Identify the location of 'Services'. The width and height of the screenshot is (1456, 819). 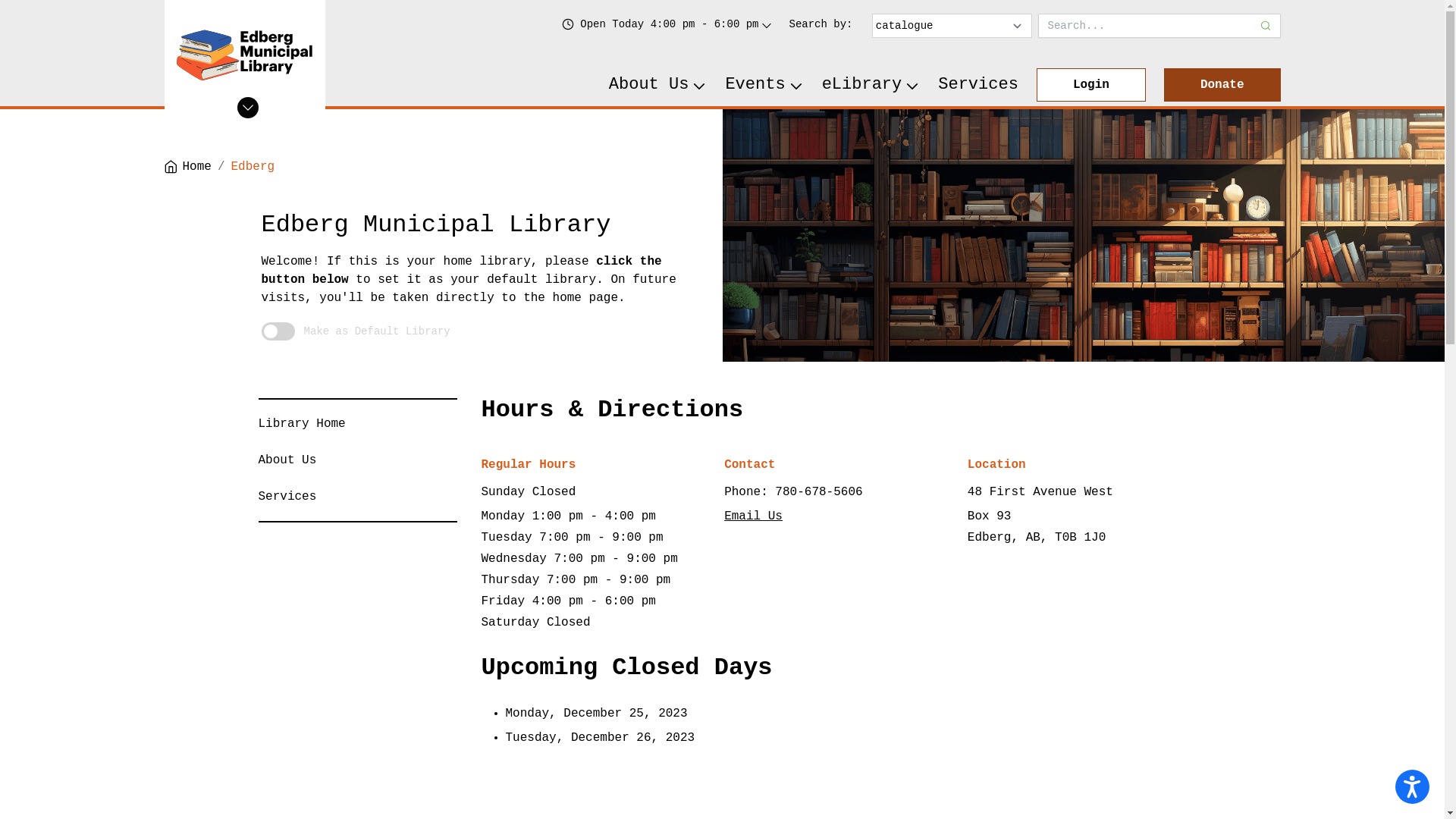
(287, 497).